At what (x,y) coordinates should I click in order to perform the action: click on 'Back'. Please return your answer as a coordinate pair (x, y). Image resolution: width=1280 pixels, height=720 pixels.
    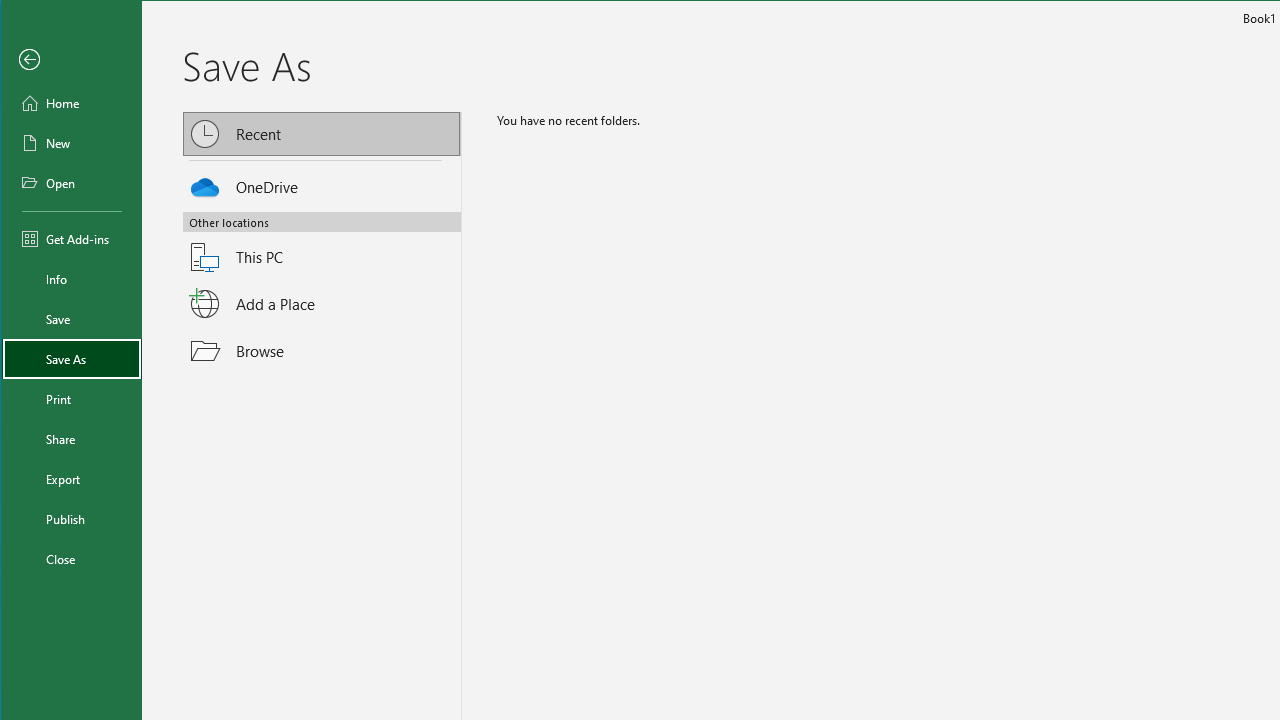
    Looking at the image, I should click on (72, 59).